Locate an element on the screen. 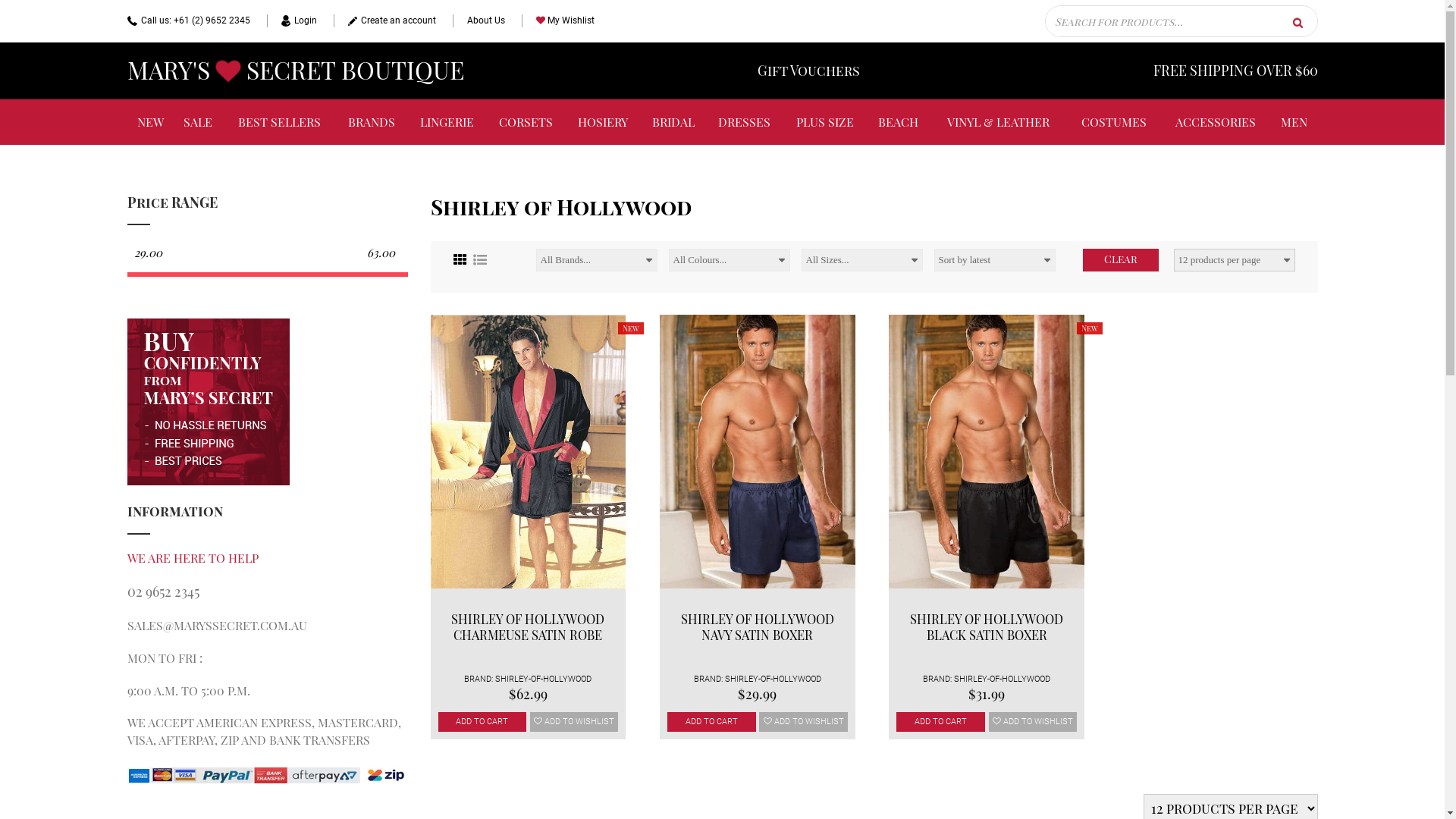 Image resolution: width=1456 pixels, height=819 pixels. 'ACCESSORIES' is located at coordinates (1216, 121).